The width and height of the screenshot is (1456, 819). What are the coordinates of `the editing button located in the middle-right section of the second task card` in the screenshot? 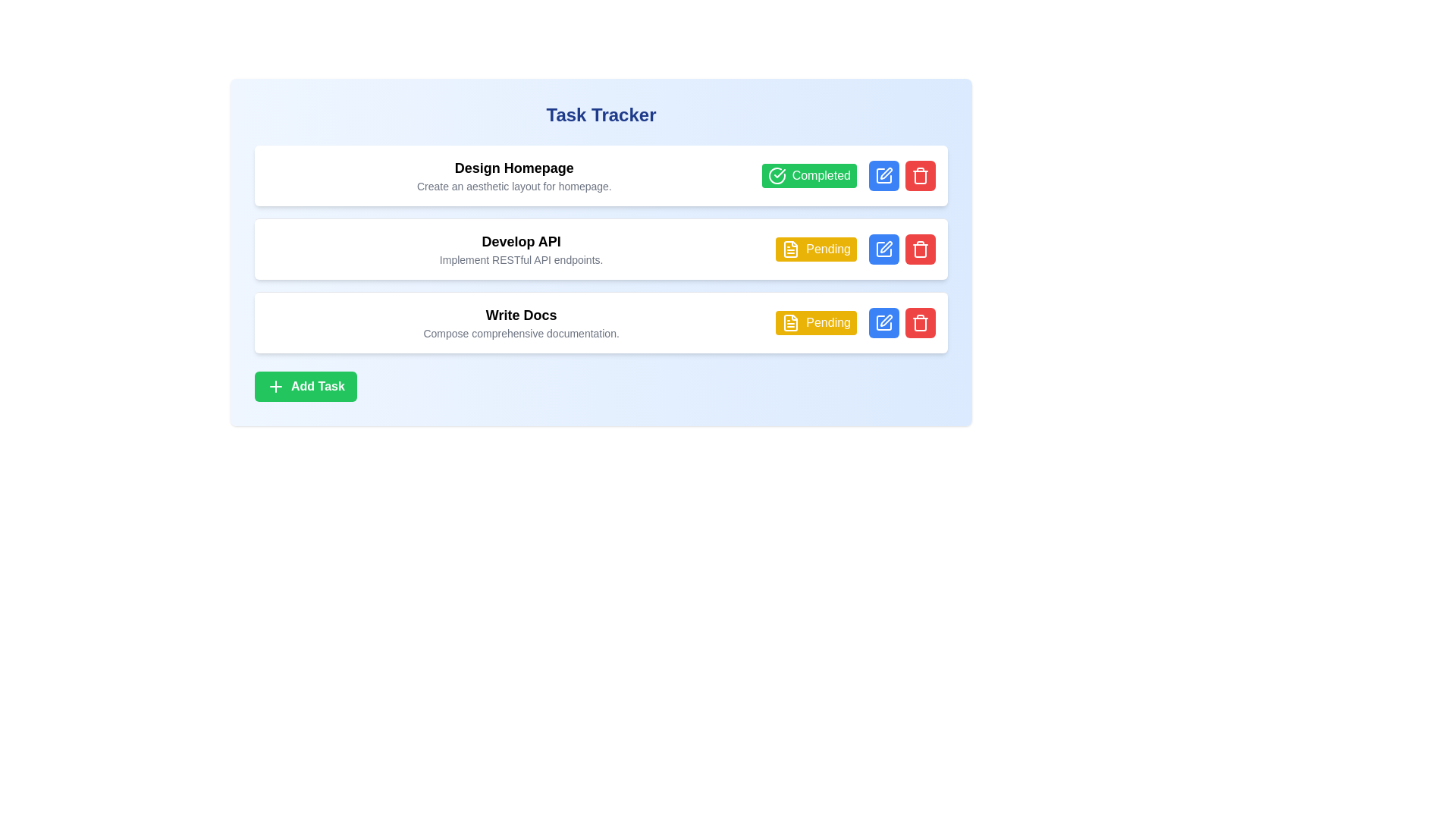 It's located at (884, 248).